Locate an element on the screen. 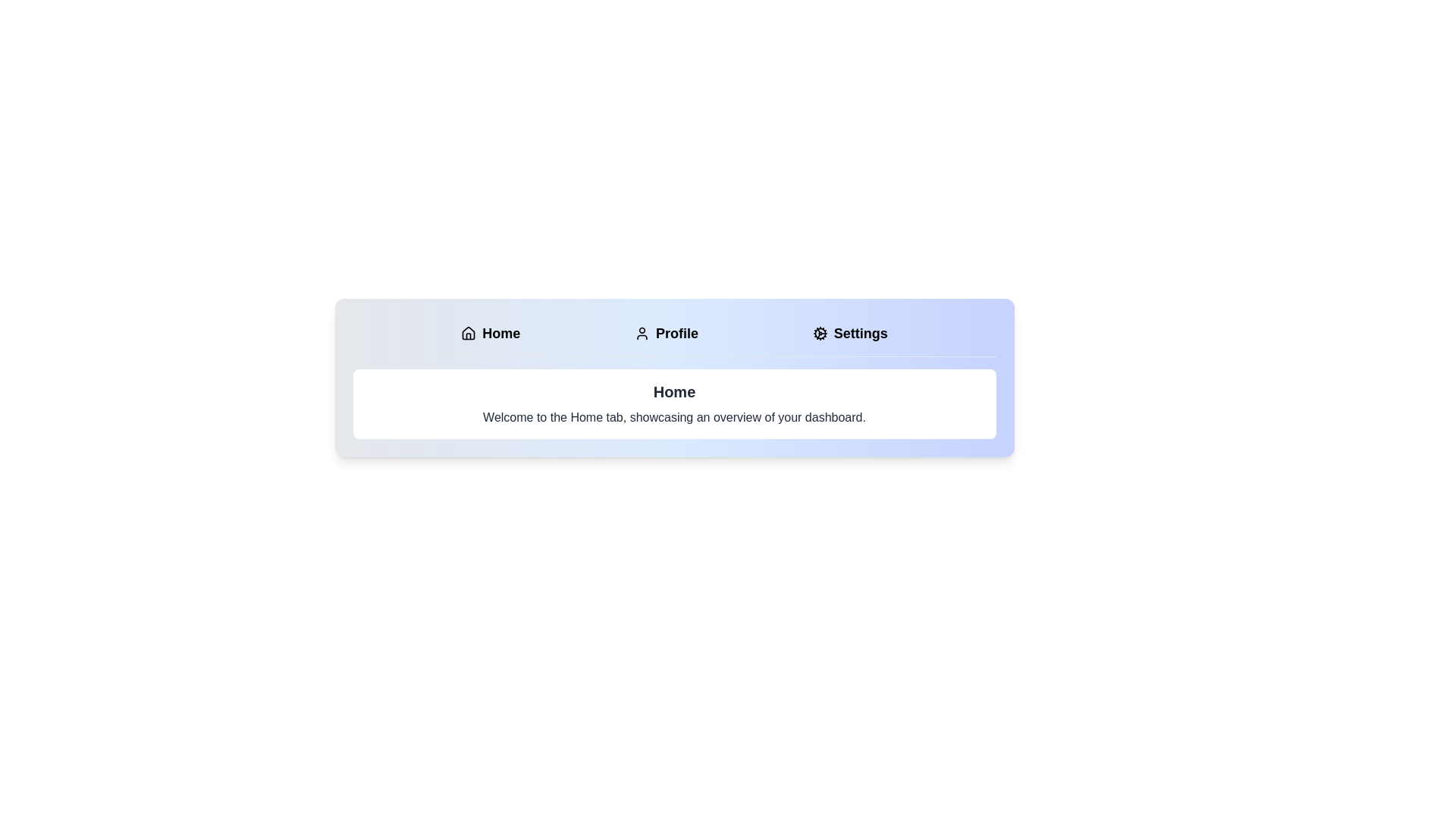 Image resolution: width=1456 pixels, height=819 pixels. the 'Settings' button, which displays a cog icon and bold text, to trigger navigation is located at coordinates (850, 332).